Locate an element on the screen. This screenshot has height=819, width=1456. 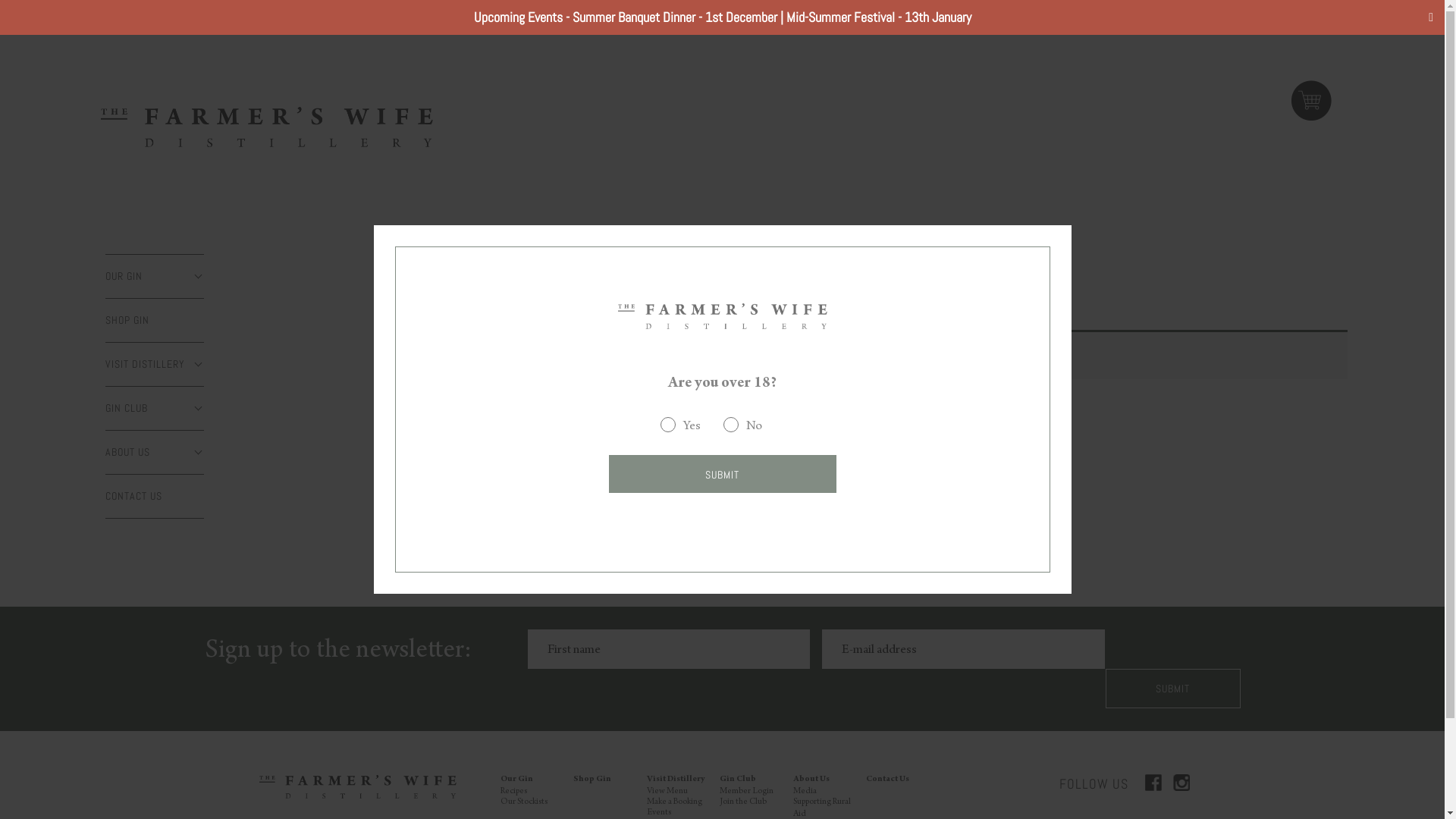
'CONTACT US' is located at coordinates (105, 496).